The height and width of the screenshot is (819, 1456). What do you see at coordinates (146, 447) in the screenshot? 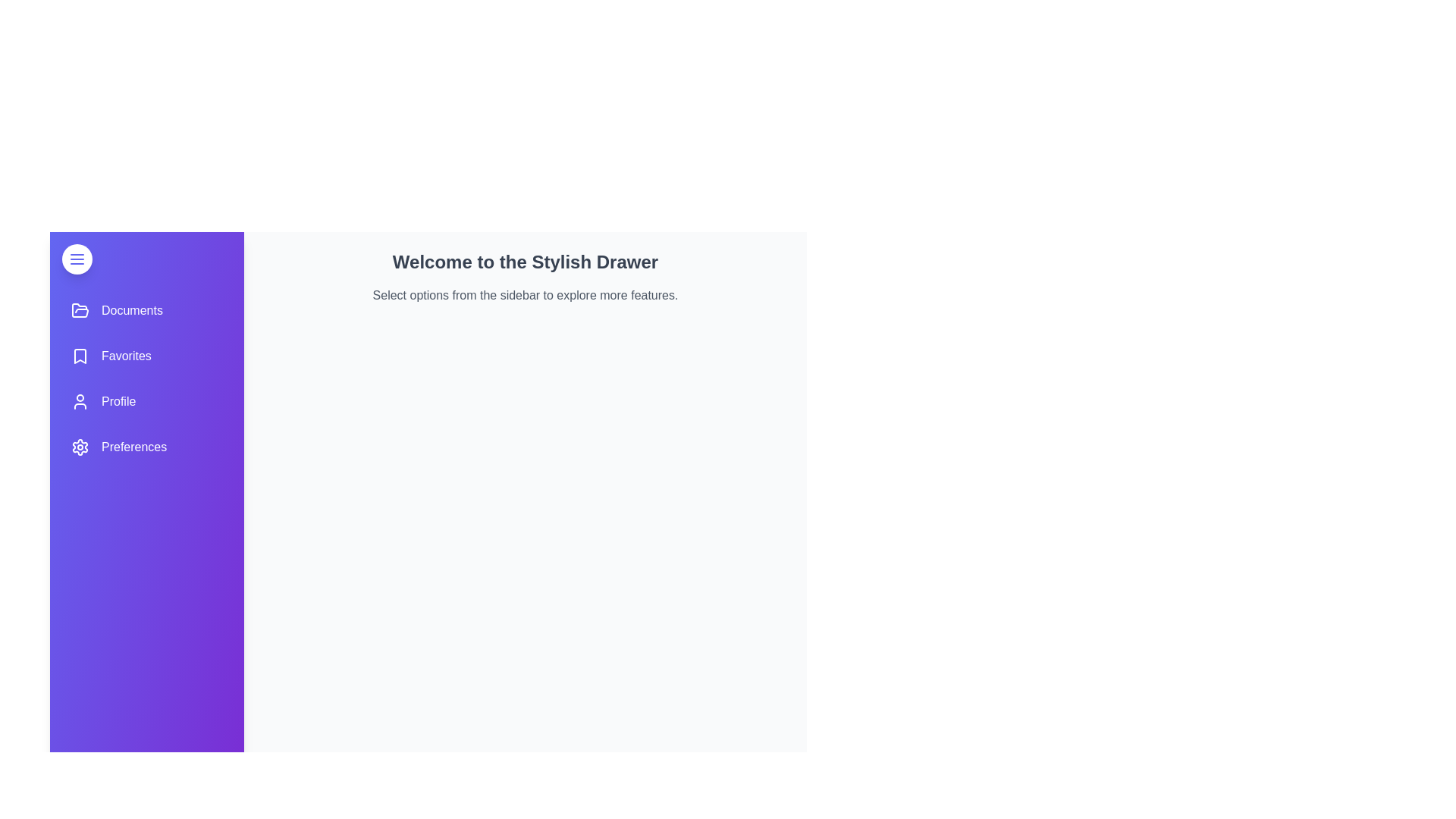
I see `the menu item Preferences from the sidebar` at bounding box center [146, 447].